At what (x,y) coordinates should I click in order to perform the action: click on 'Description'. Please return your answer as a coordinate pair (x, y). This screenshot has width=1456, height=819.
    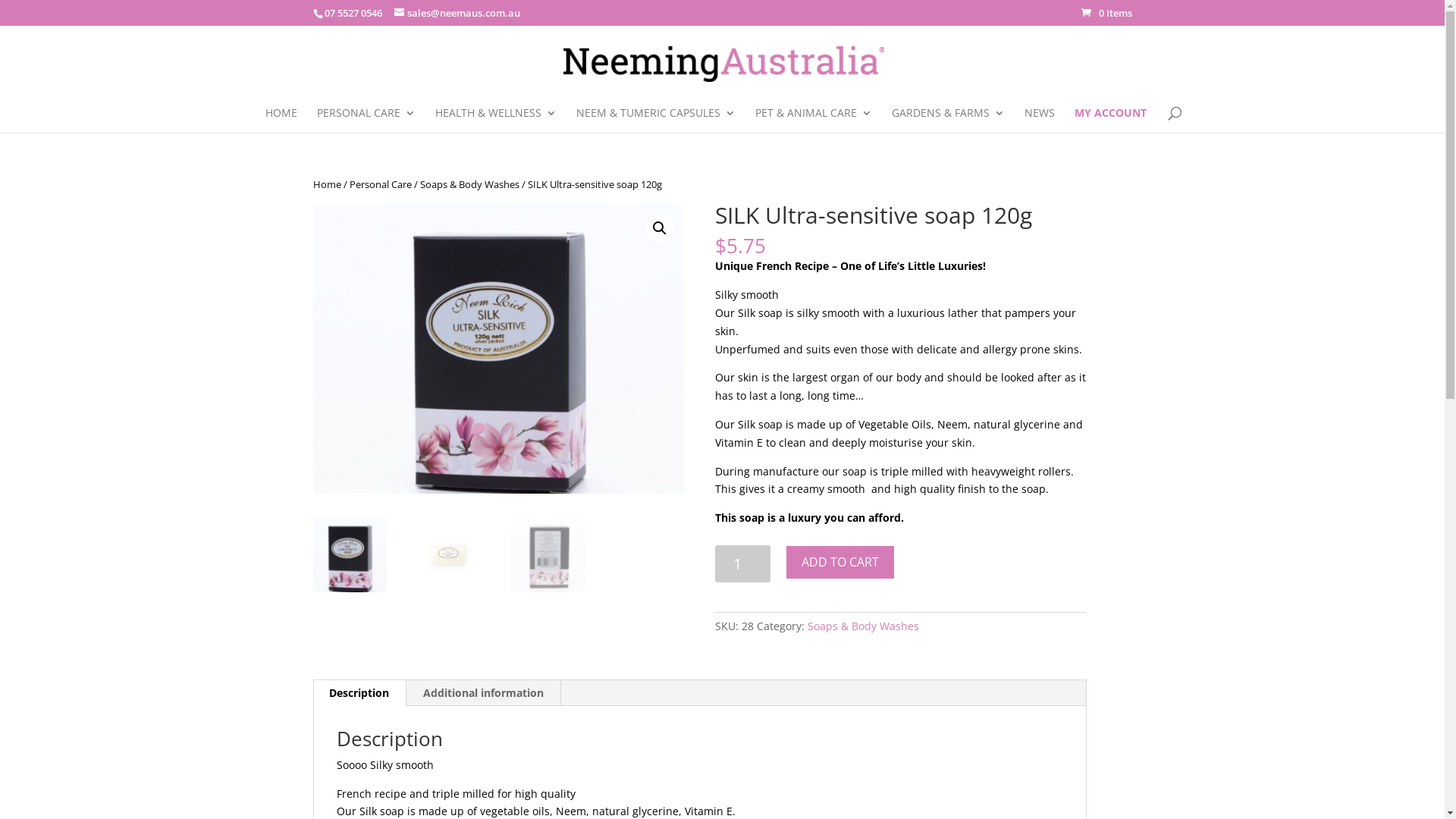
    Looking at the image, I should click on (358, 693).